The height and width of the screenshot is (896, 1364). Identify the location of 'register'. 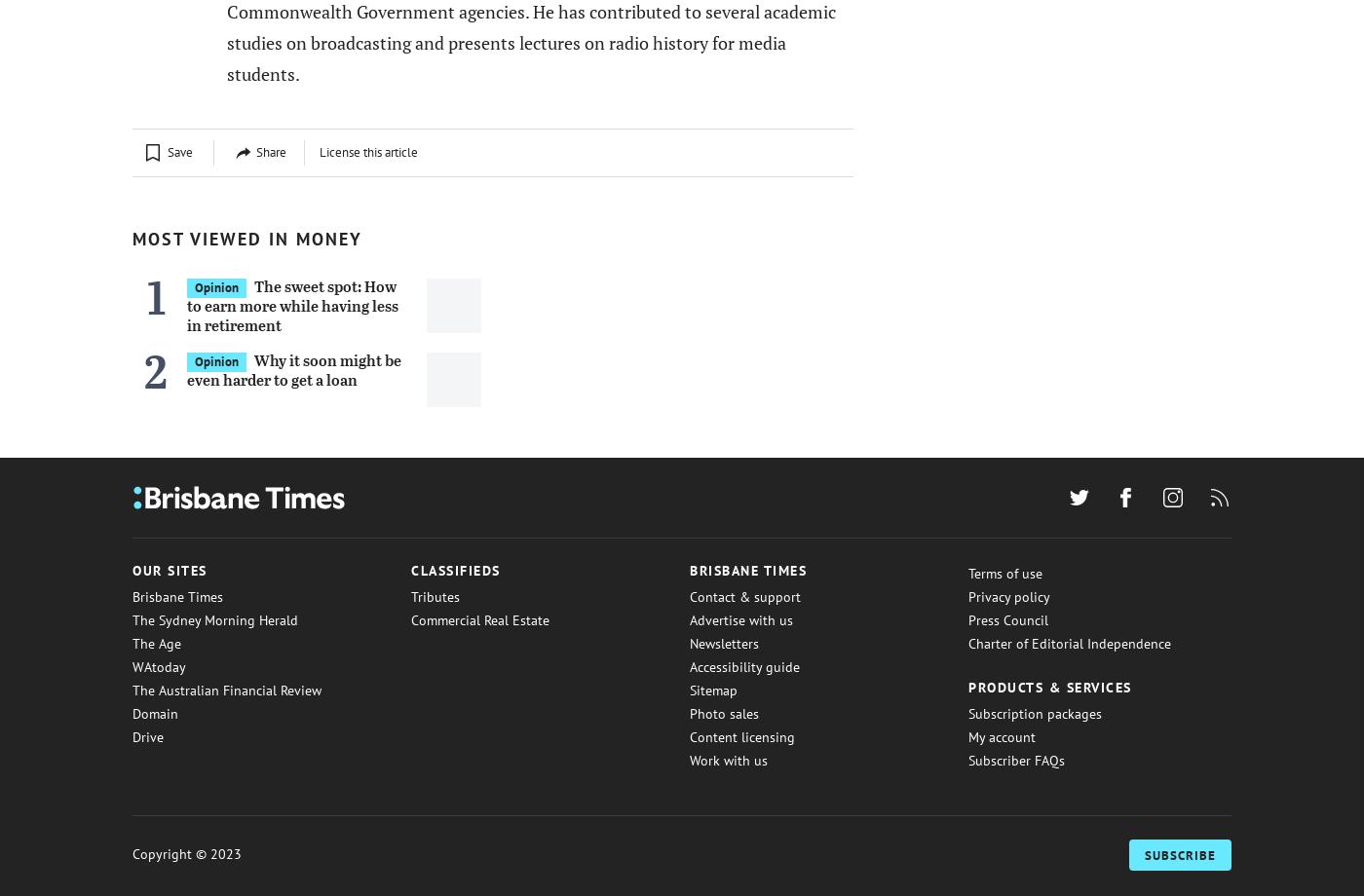
(196, 80).